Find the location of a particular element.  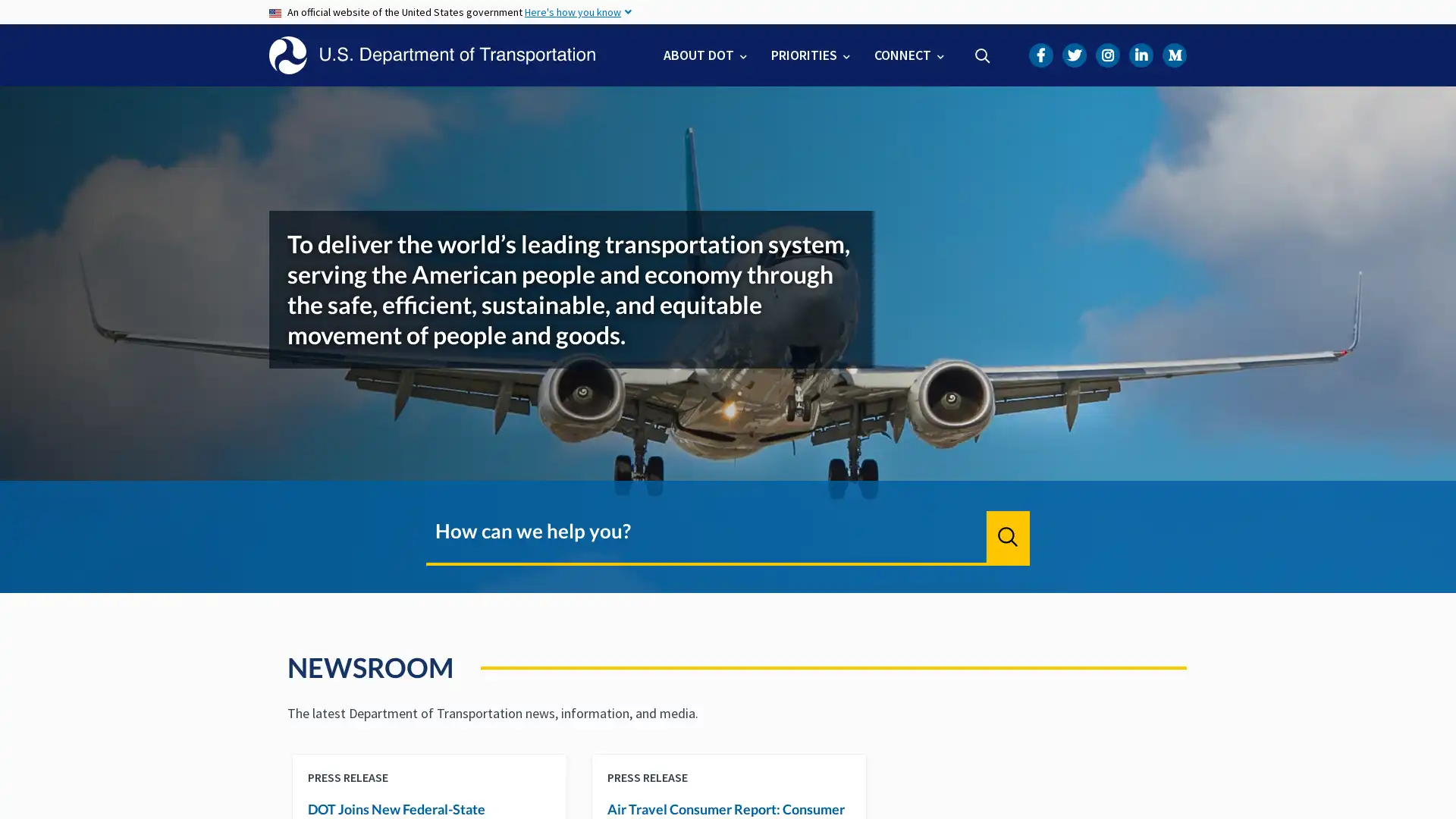

Search is located at coordinates (1008, 536).